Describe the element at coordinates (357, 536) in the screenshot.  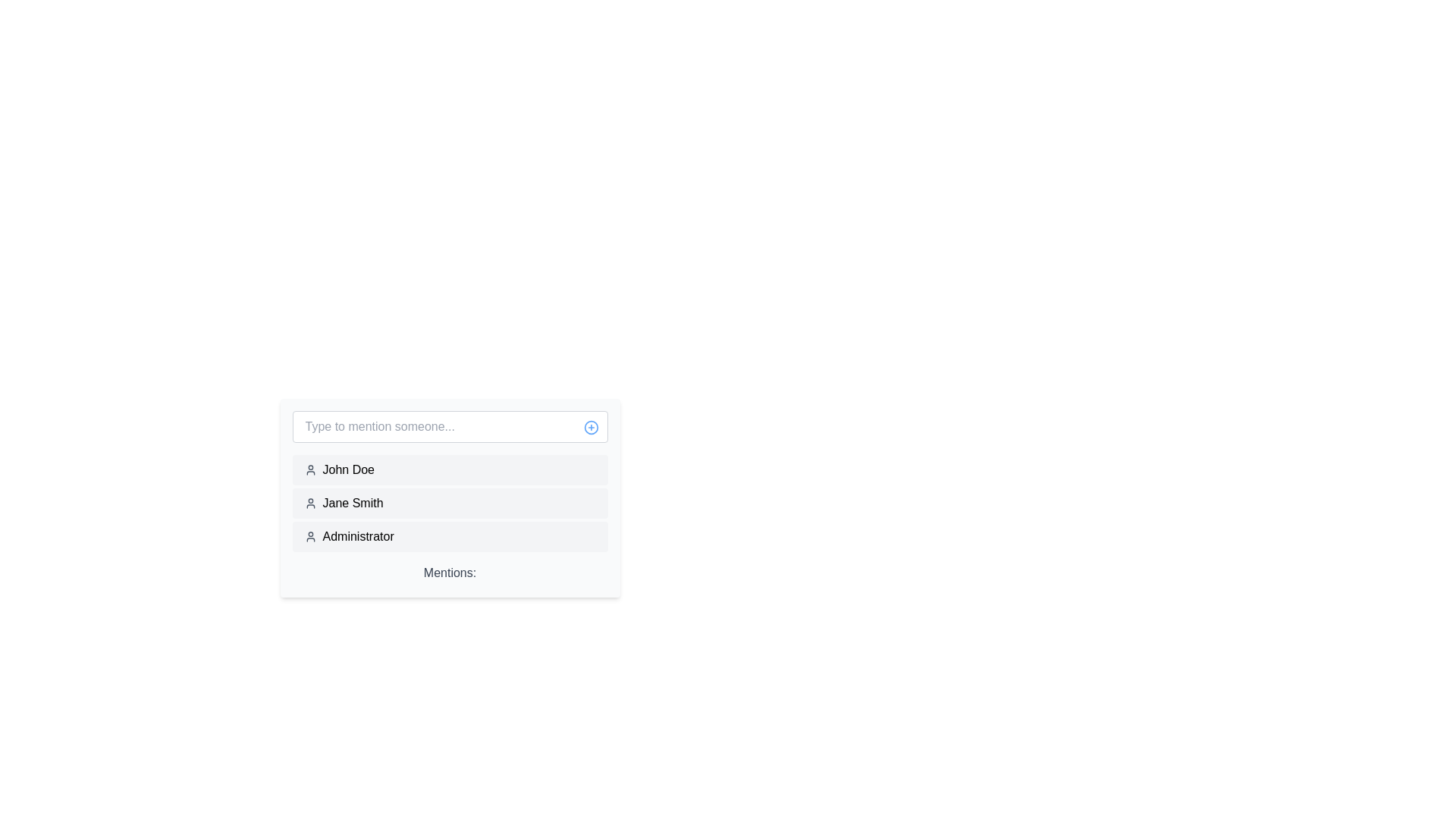
I see `the text label displaying 'Administrator' in bold, dark font, located beside a user icon, which is the third item in a vertically aligned list of user entries` at that location.